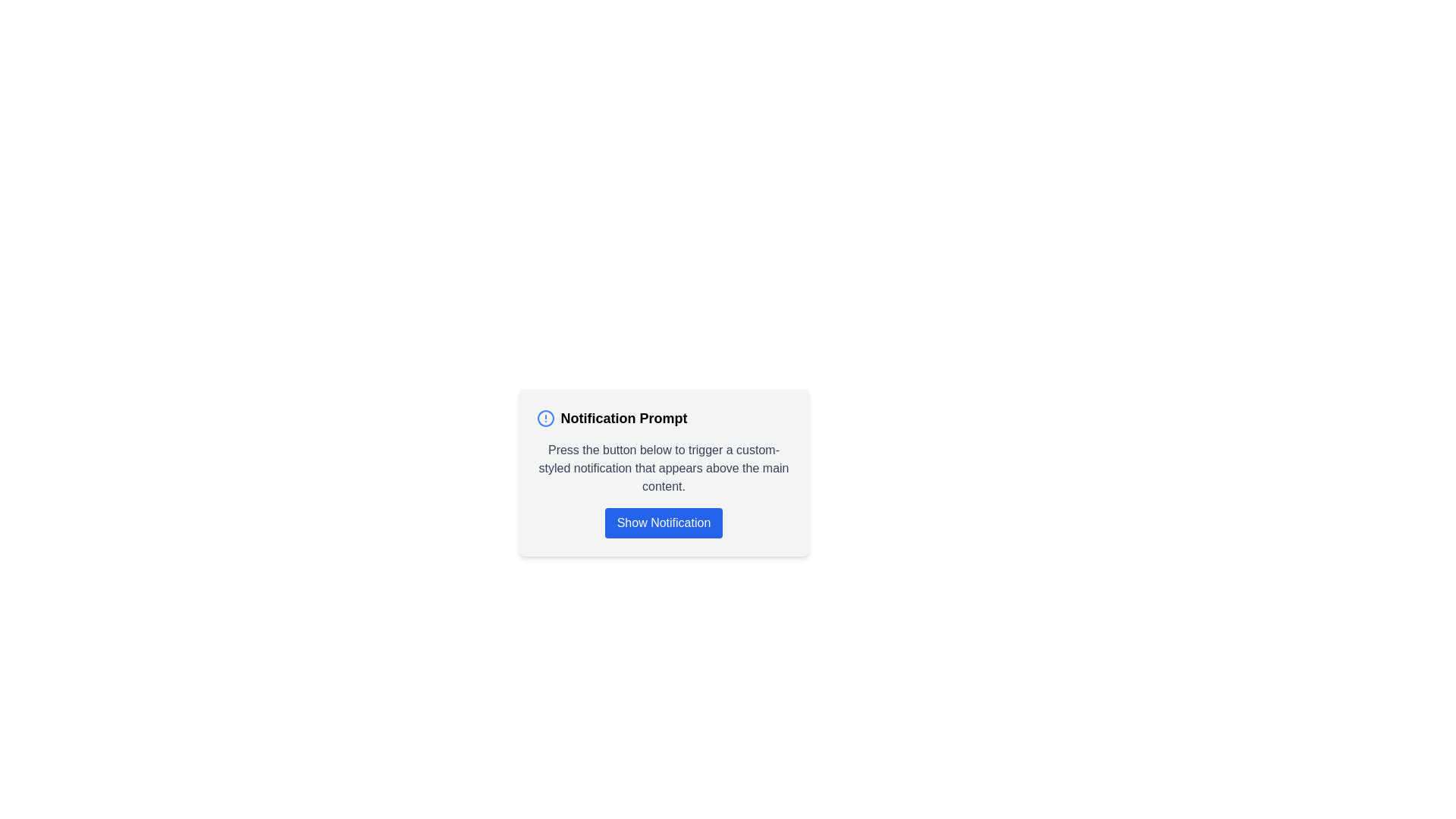 This screenshot has width=1456, height=819. I want to click on the button located at the bottom of the notification prompt panel, which triggers a custom-styled notification to appear above the main content of the application, so click(664, 522).